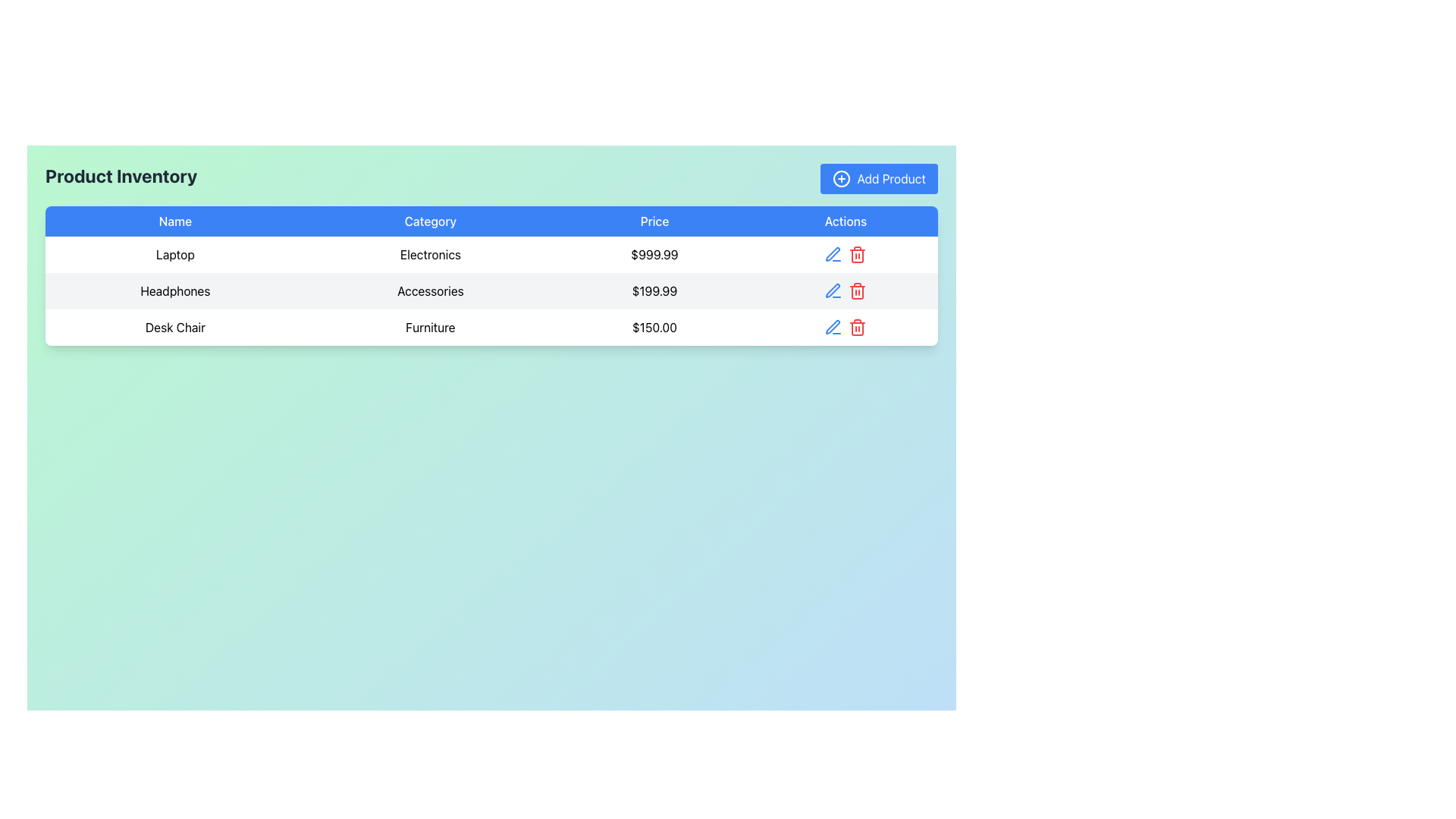 The width and height of the screenshot is (1456, 819). I want to click on the text label displaying 'Furniture' in the third row of the 'Category' column, which is aligned with 'Desk Chair' and '$150.00', so click(429, 327).